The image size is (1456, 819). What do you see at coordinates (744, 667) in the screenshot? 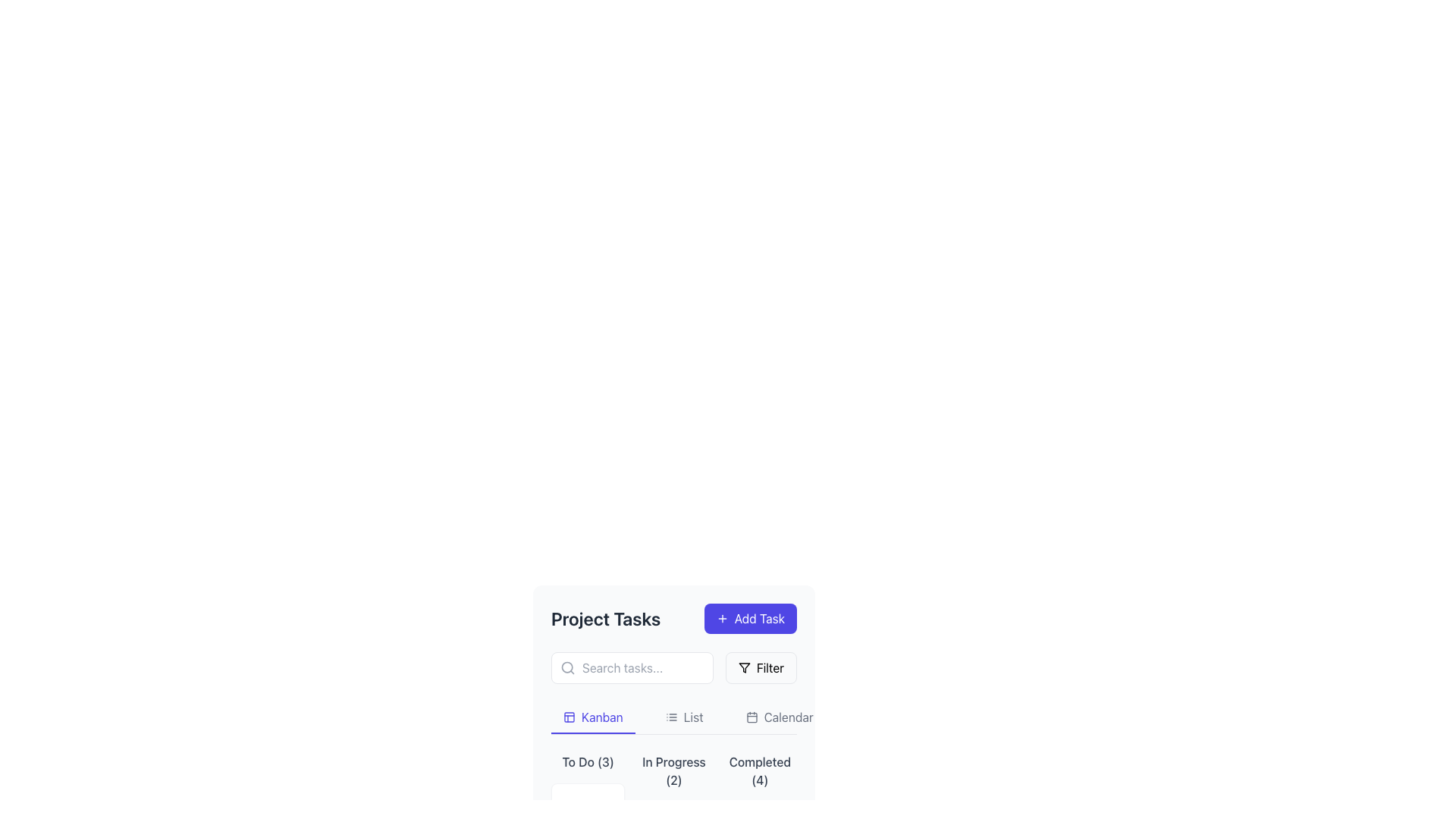
I see `the filtering icon inside the 'Filter' button located in the toolbar of the 'Project Tasks' section` at bounding box center [744, 667].